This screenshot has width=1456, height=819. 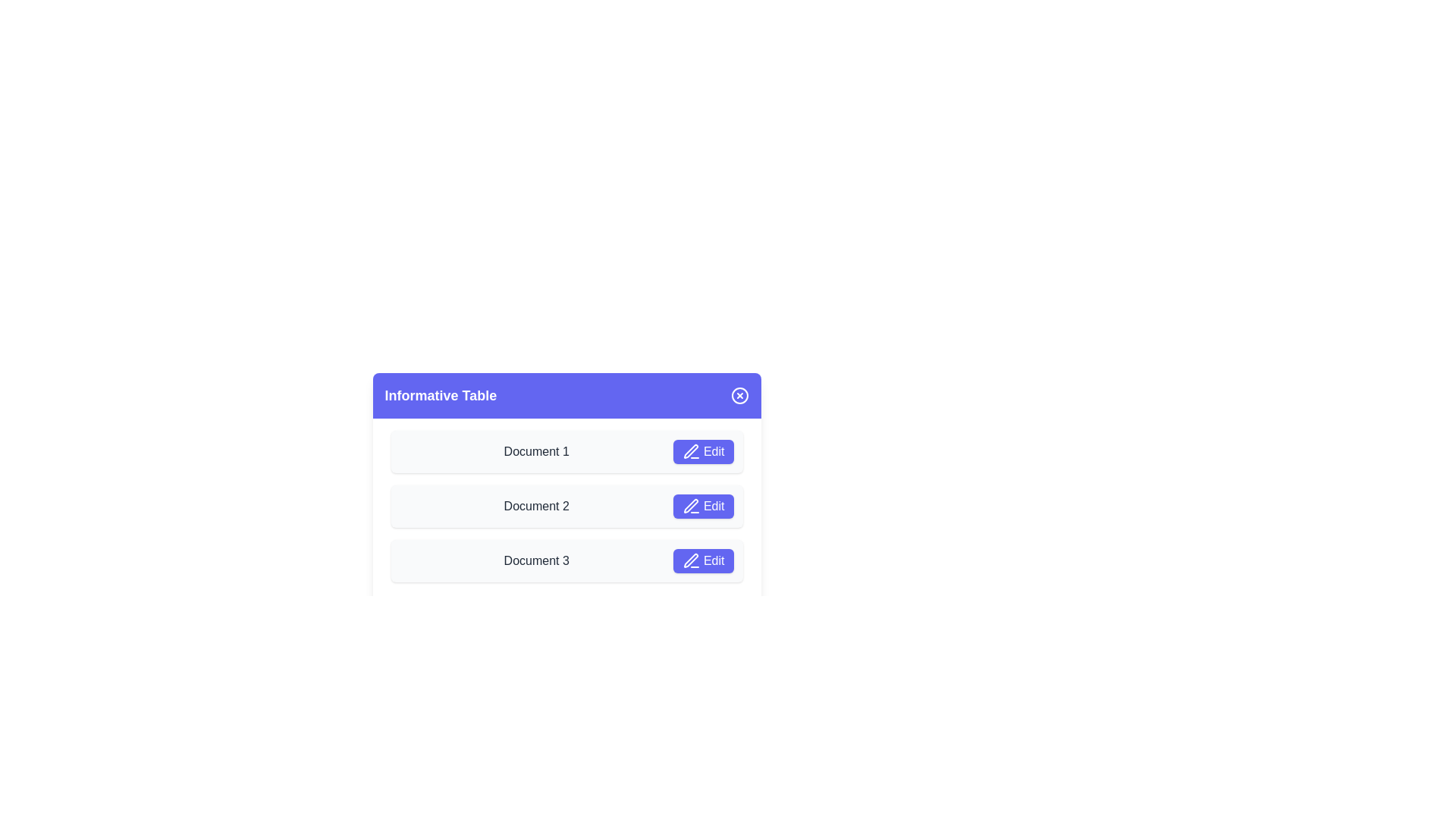 What do you see at coordinates (739, 394) in the screenshot?
I see `the close button located at the top-right corner of the dialog to close it` at bounding box center [739, 394].